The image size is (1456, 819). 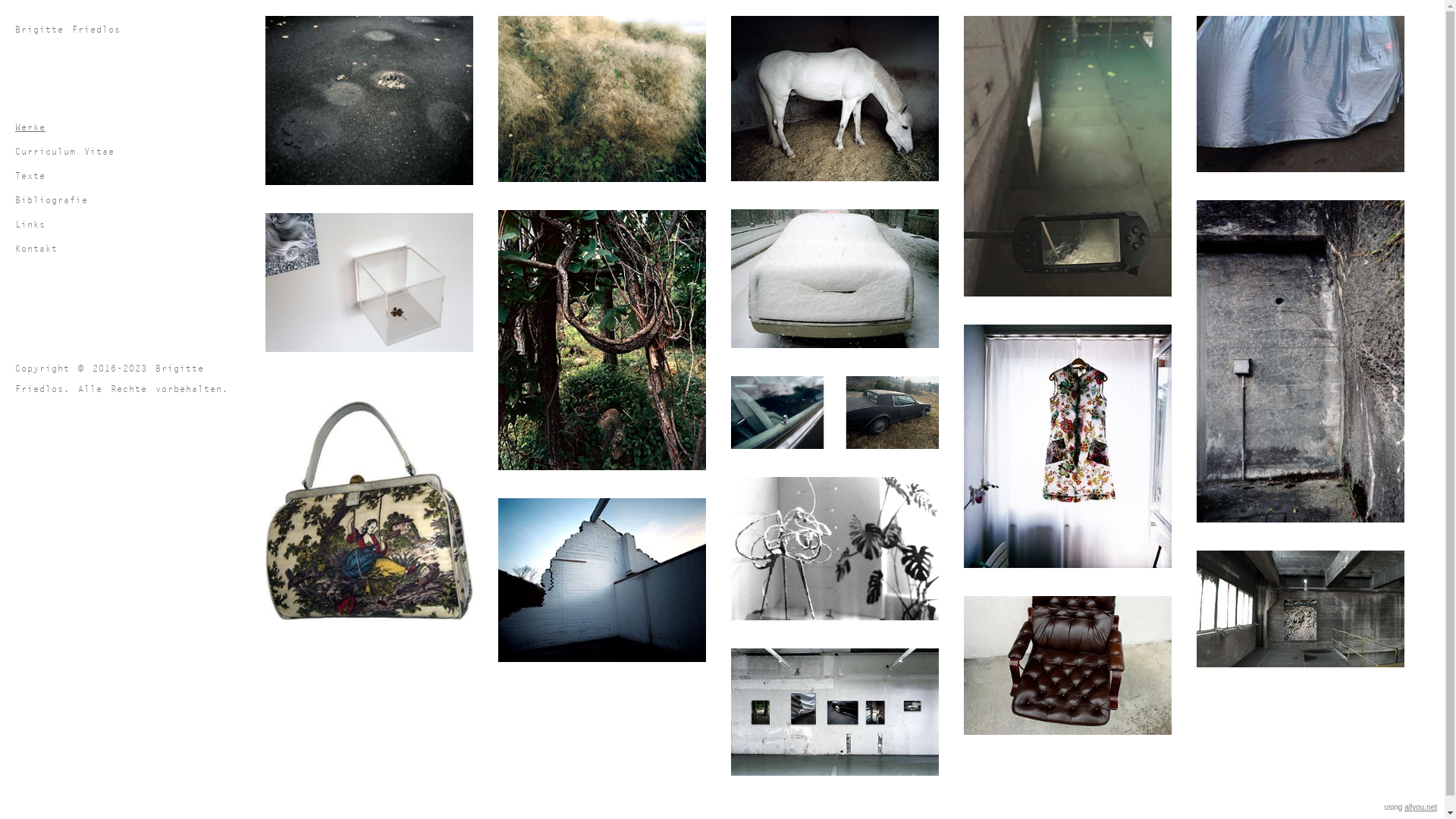 I want to click on 'Brigitte Friedlos', so click(x=136, y=29).